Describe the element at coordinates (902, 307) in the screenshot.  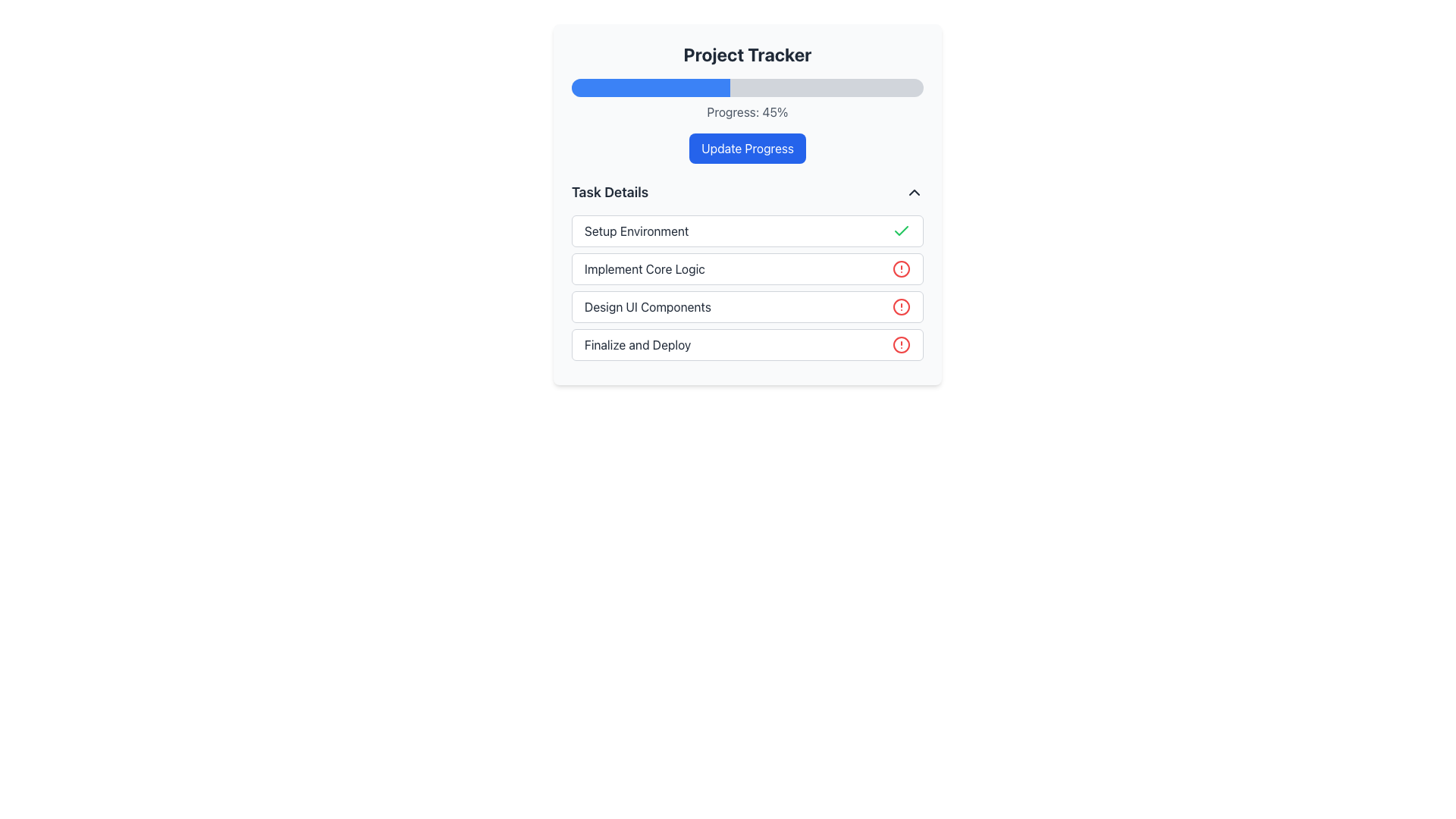
I see `the Circle element representing warning or alert status in the 'Design UI Components' task list to infer its alert status` at that location.